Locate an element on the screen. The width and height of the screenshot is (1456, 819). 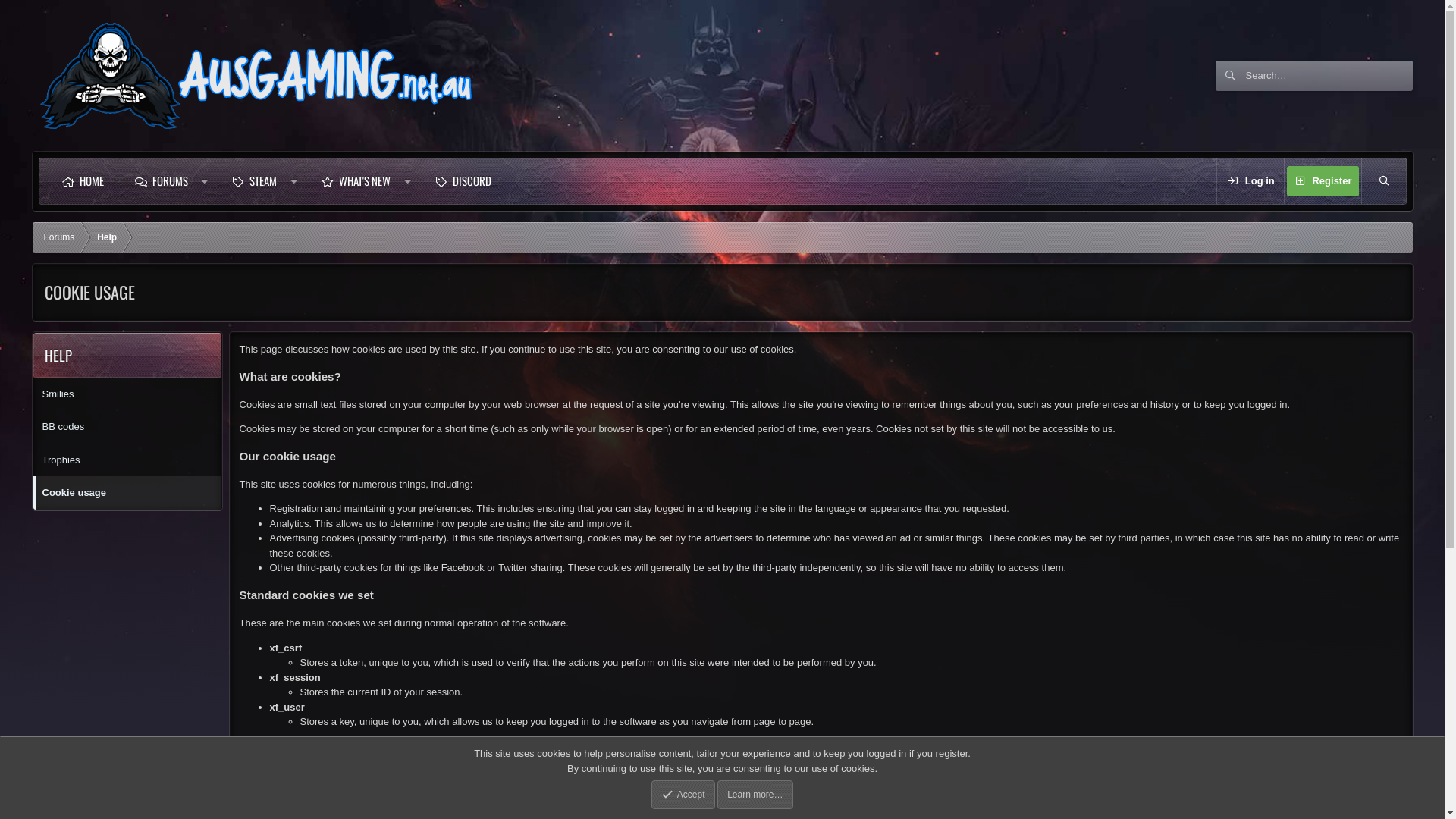
'WHAT'S NEW' is located at coordinates (305, 180).